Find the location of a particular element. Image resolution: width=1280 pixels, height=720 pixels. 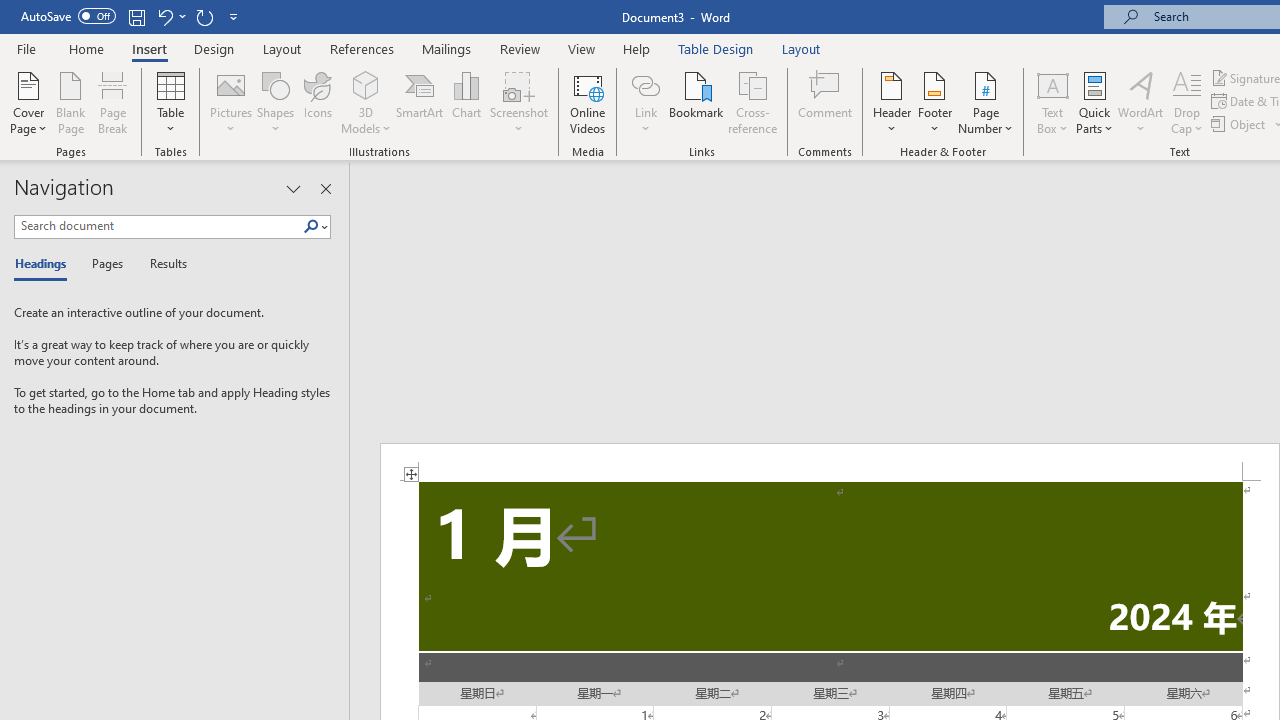

'Design' is located at coordinates (214, 48).